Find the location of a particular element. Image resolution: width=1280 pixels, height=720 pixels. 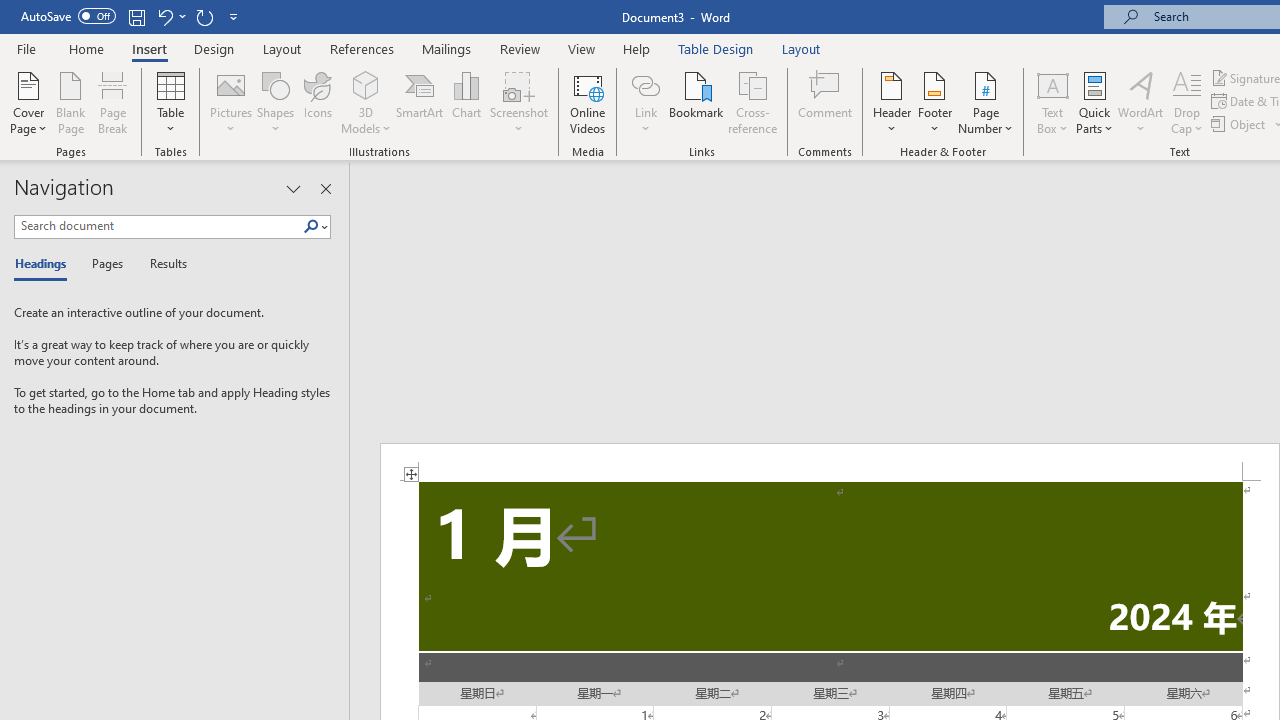

'Design' is located at coordinates (214, 48).